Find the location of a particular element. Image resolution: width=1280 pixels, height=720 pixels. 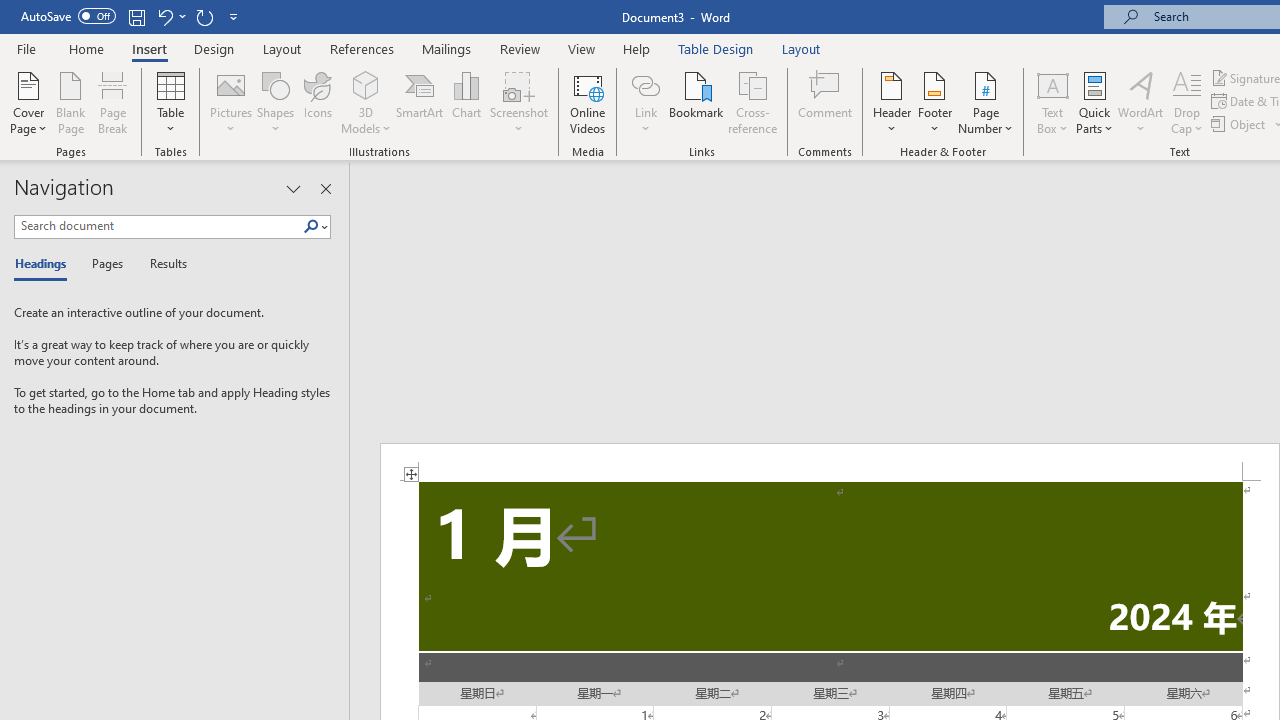

'Design' is located at coordinates (214, 48).